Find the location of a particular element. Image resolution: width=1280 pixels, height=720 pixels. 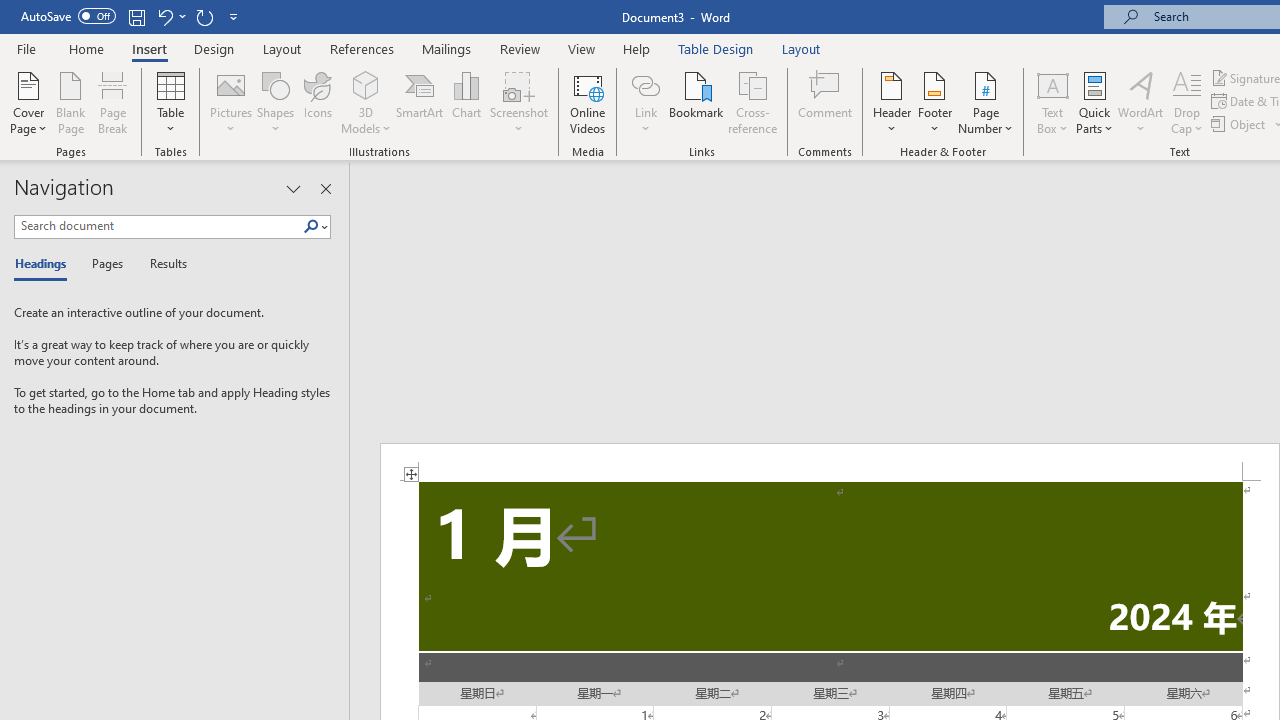

'Design' is located at coordinates (214, 48).